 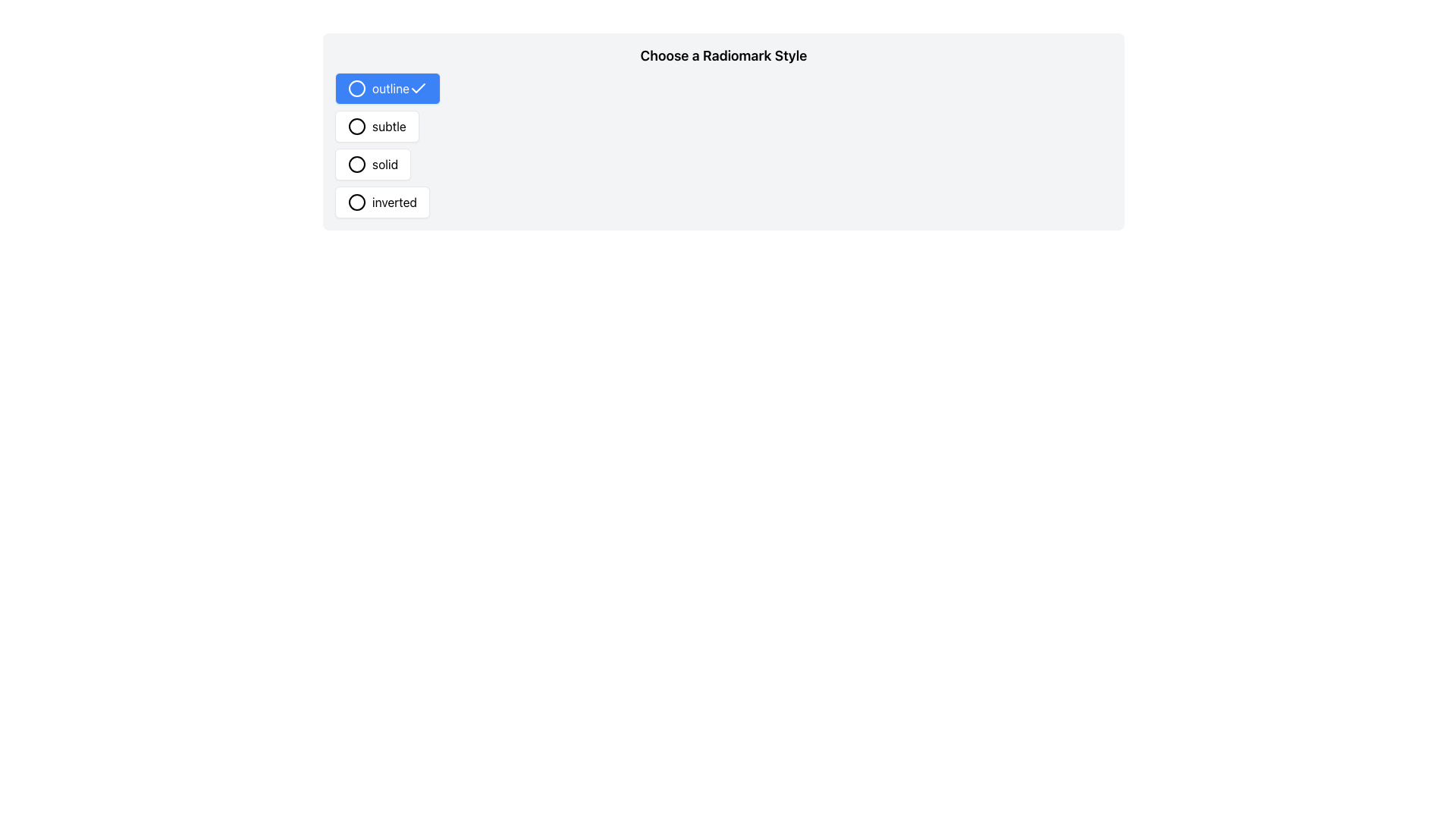 What do you see at coordinates (382, 201) in the screenshot?
I see `the fourth radio button option labeled as 'inverted' under the 'Choose a Radiomark Style' header` at bounding box center [382, 201].